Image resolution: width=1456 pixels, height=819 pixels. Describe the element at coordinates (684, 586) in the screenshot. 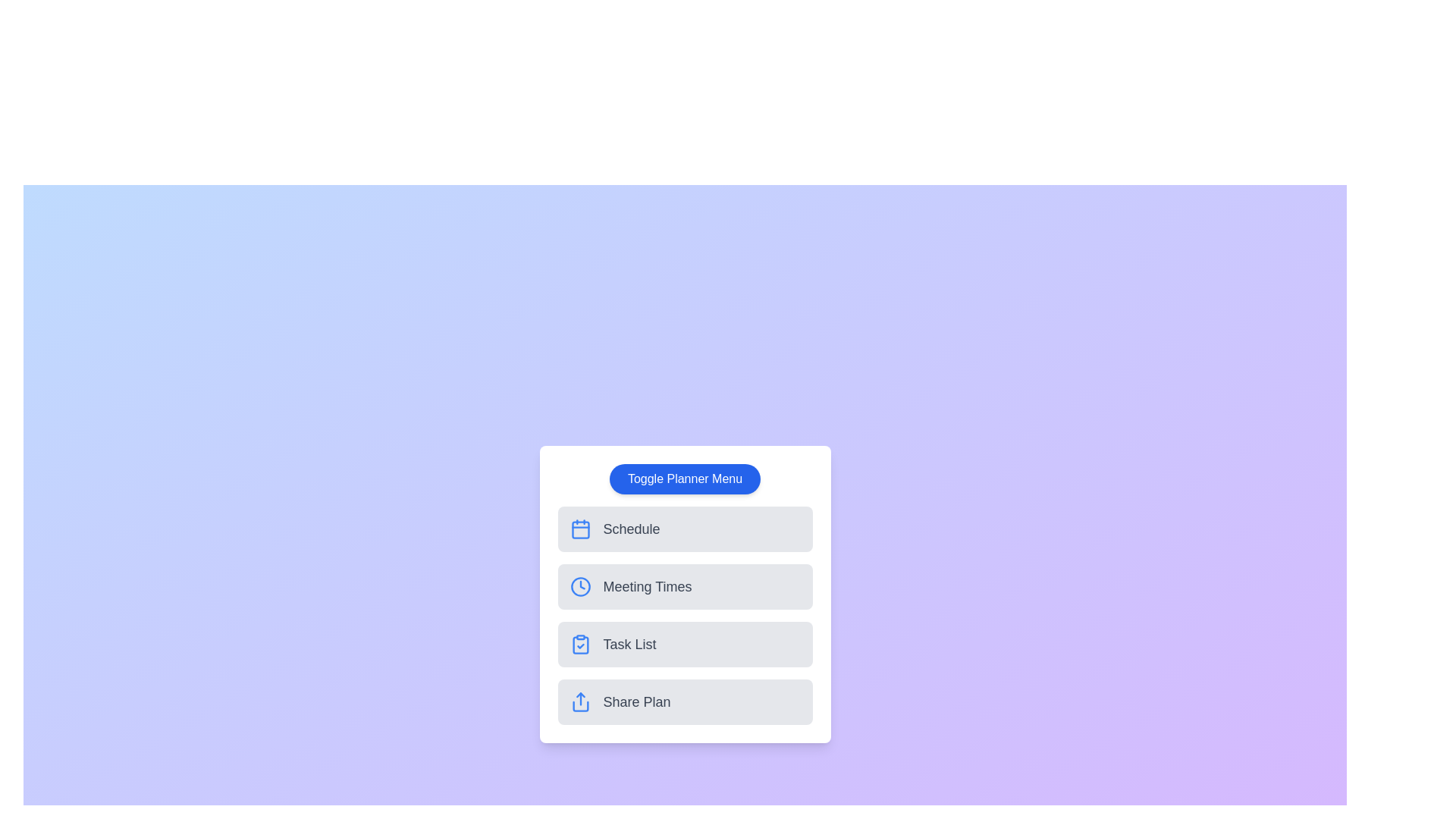

I see `the planner option Meeting Times from the menu` at that location.